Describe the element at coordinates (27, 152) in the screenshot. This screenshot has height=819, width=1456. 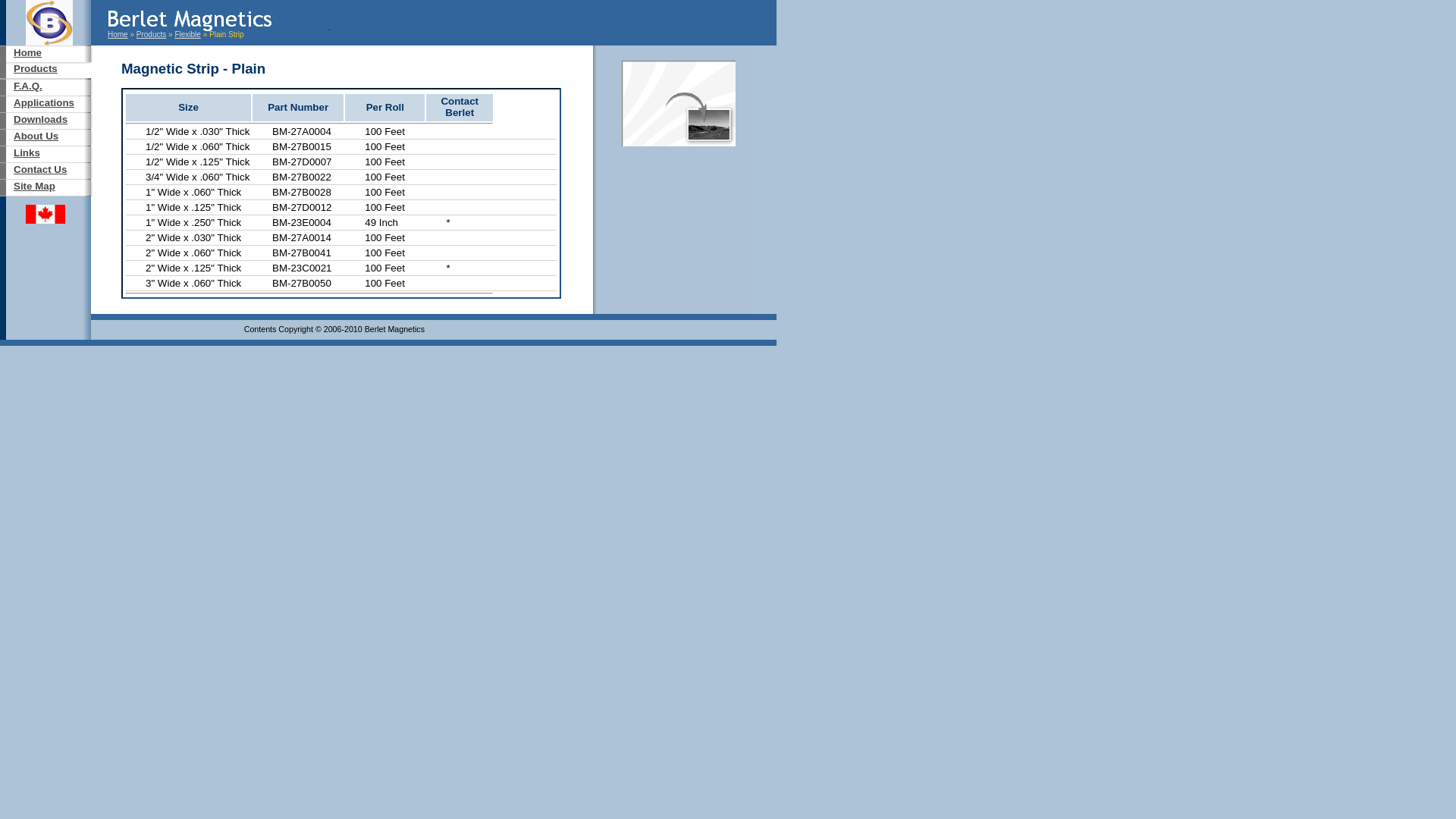
I see `'Links'` at that location.